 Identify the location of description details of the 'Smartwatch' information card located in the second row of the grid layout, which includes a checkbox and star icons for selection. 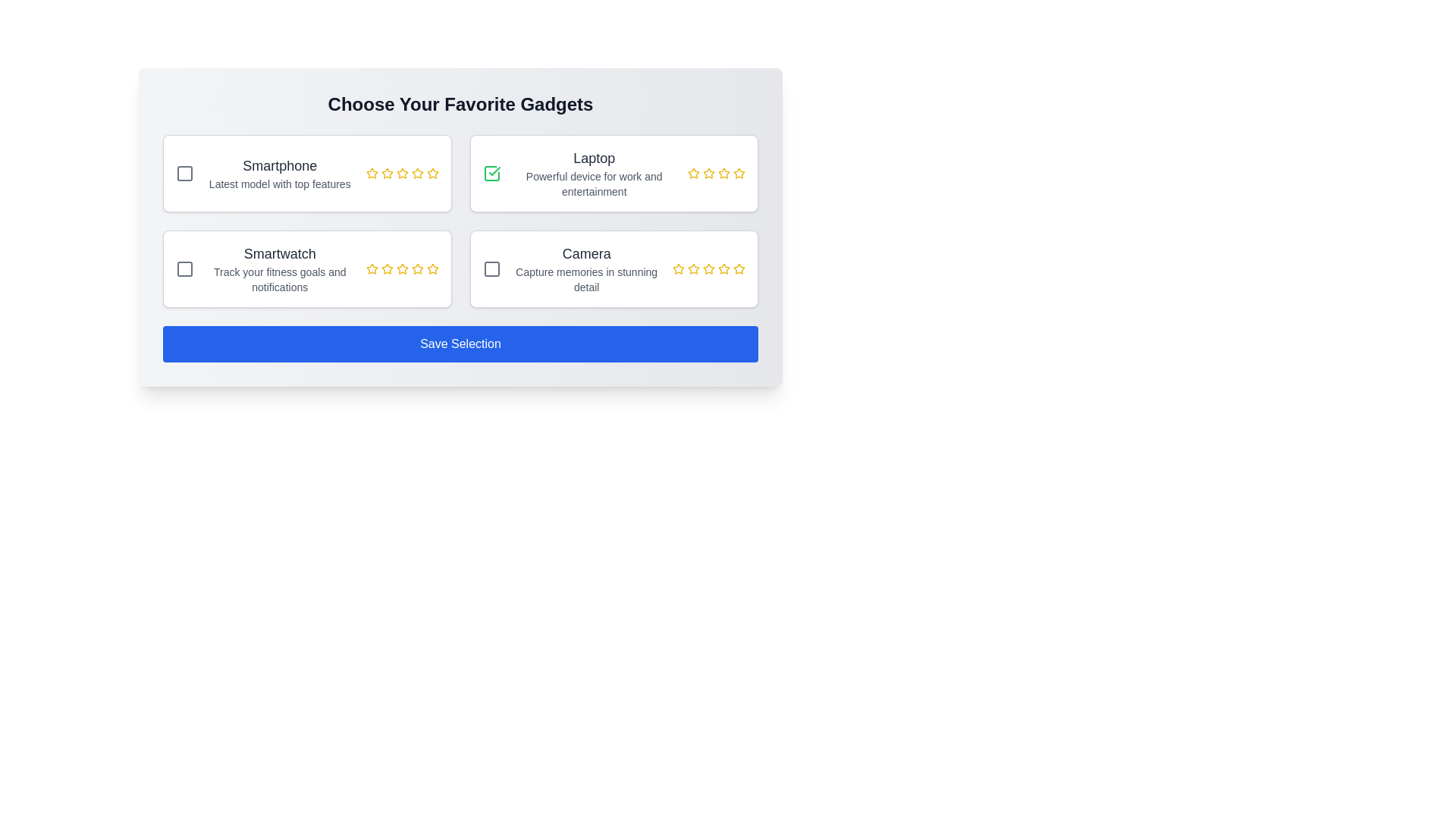
(306, 268).